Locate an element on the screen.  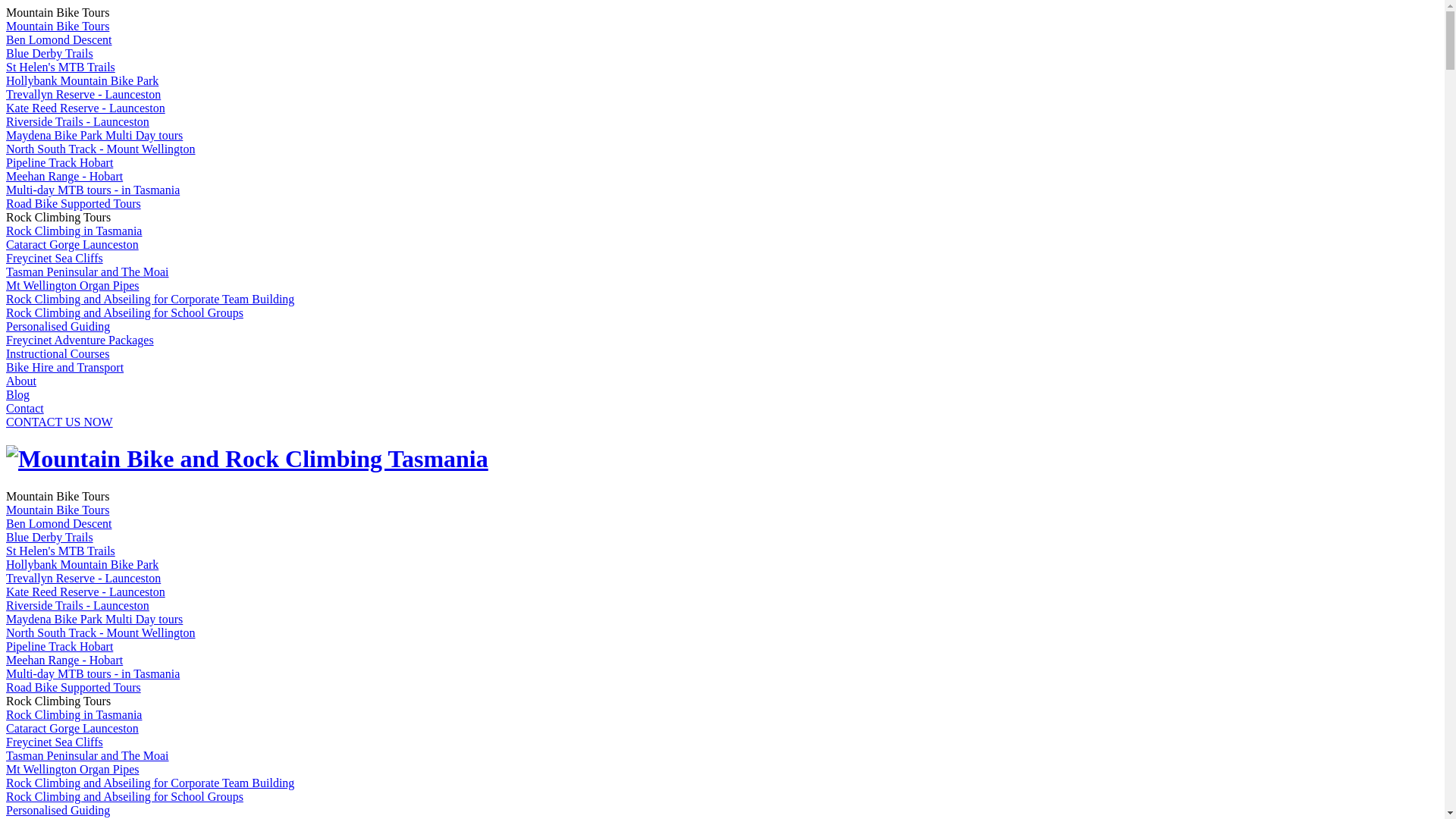
'Bike Hire and Transport' is located at coordinates (64, 367).